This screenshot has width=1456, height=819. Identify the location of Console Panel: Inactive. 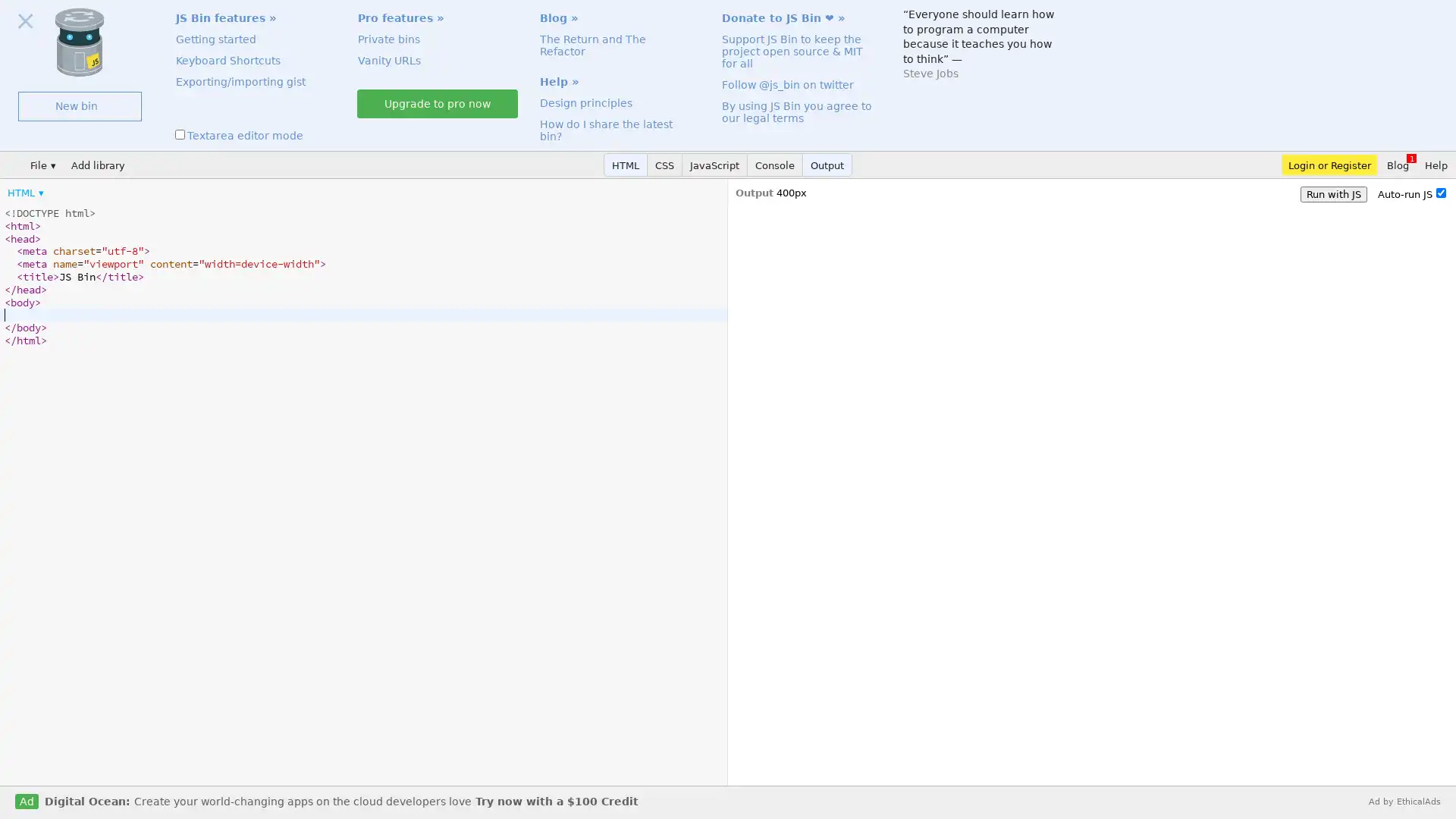
(775, 165).